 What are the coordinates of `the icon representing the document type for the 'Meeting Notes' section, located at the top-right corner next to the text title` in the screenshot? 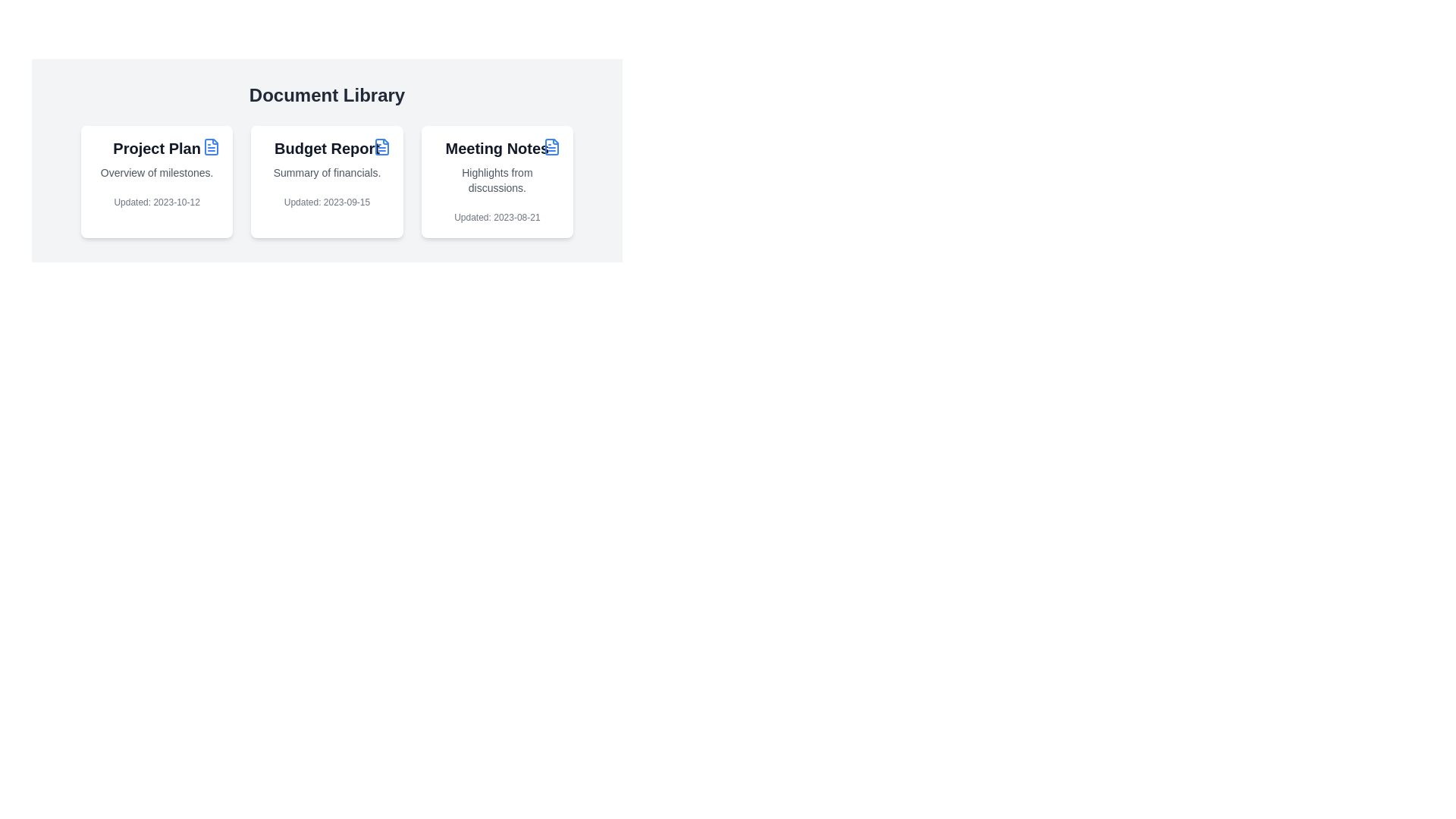 It's located at (551, 146).